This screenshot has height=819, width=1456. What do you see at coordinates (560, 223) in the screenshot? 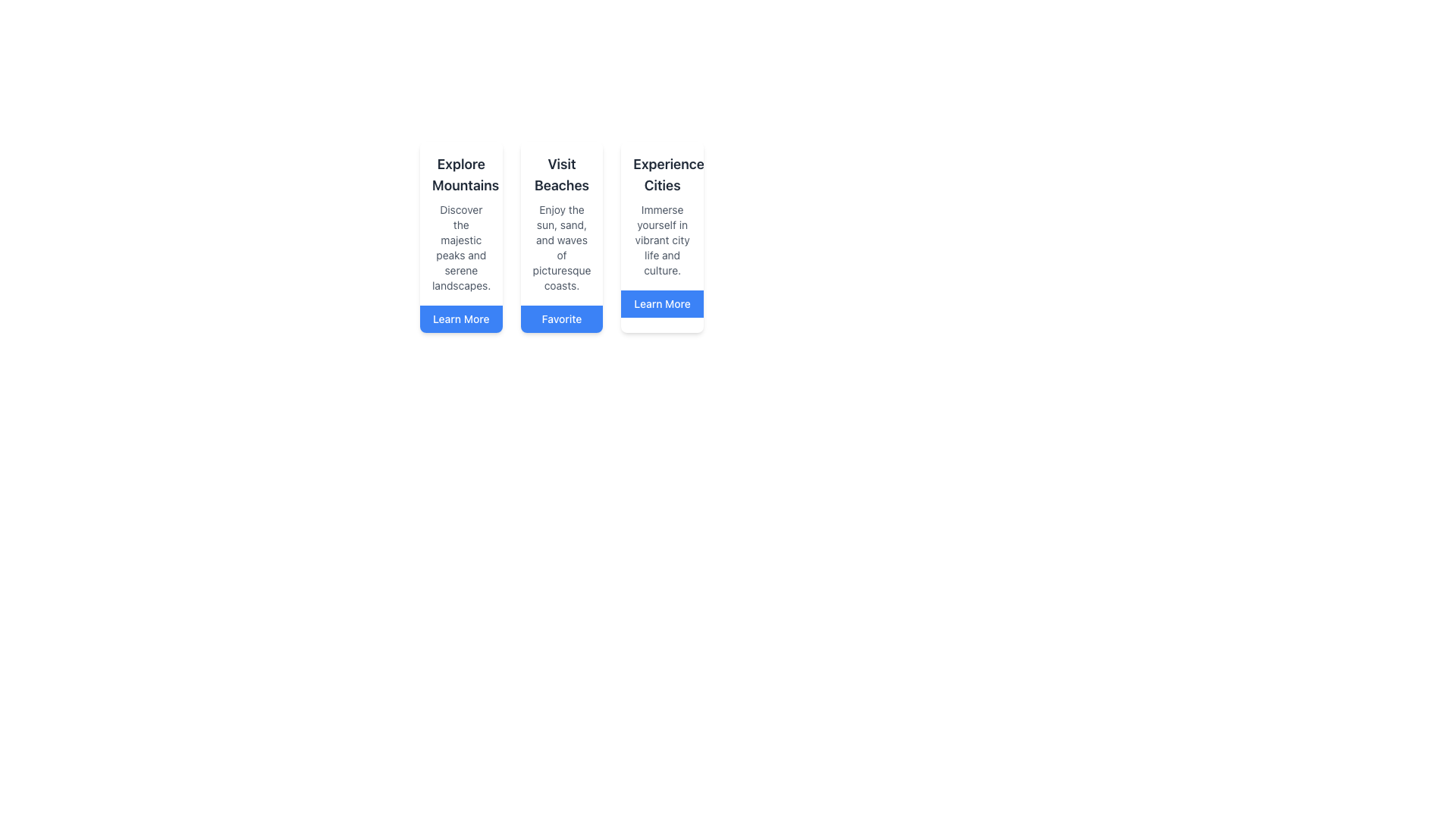
I see `the text block that provides details about the 'Visit Beaches' option, located in the middle card above the 'Favorite' button` at bounding box center [560, 223].